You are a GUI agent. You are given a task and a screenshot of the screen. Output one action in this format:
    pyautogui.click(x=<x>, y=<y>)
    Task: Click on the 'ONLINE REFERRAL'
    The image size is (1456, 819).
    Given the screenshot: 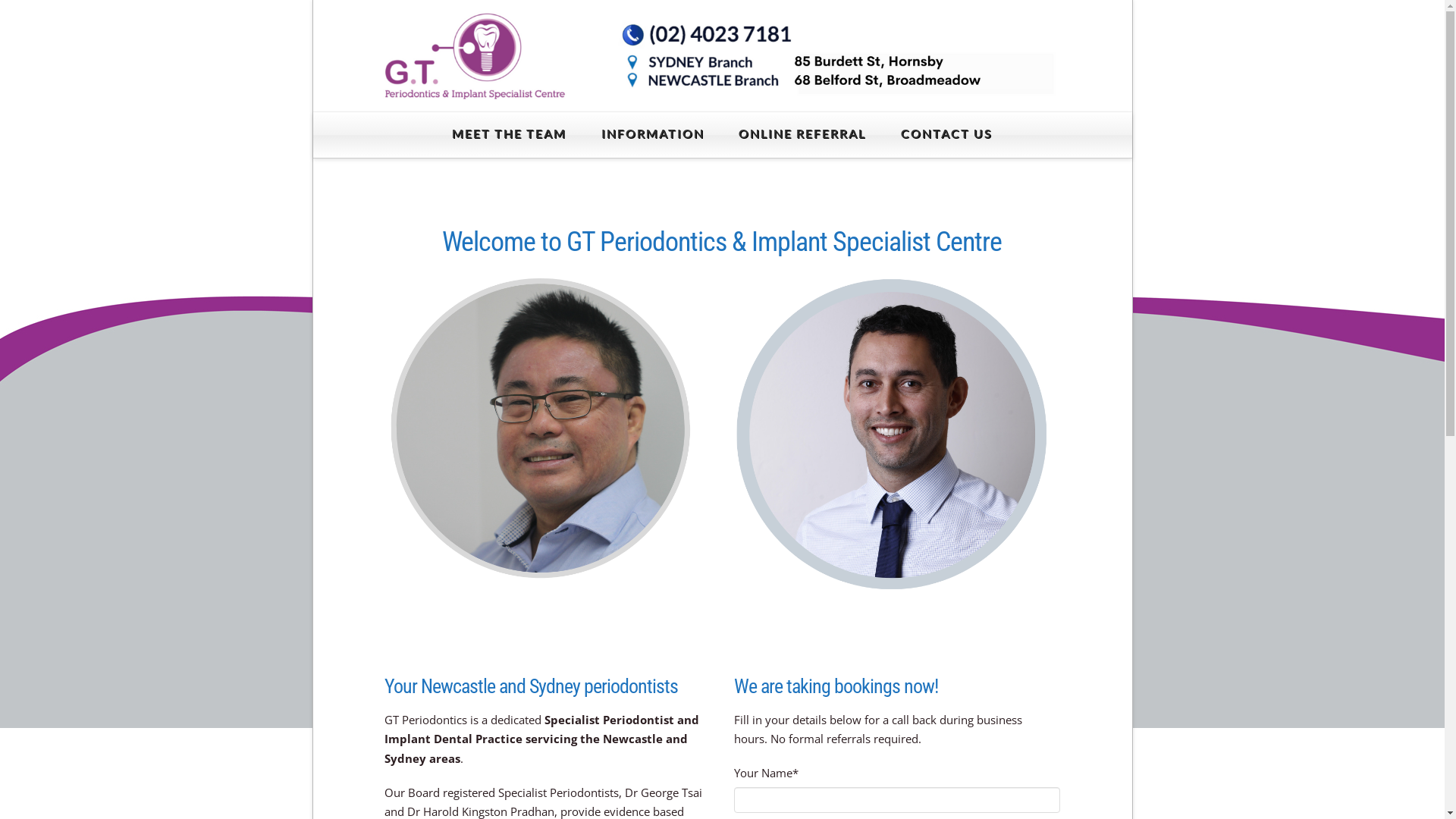 What is the action you would take?
    pyautogui.click(x=801, y=133)
    